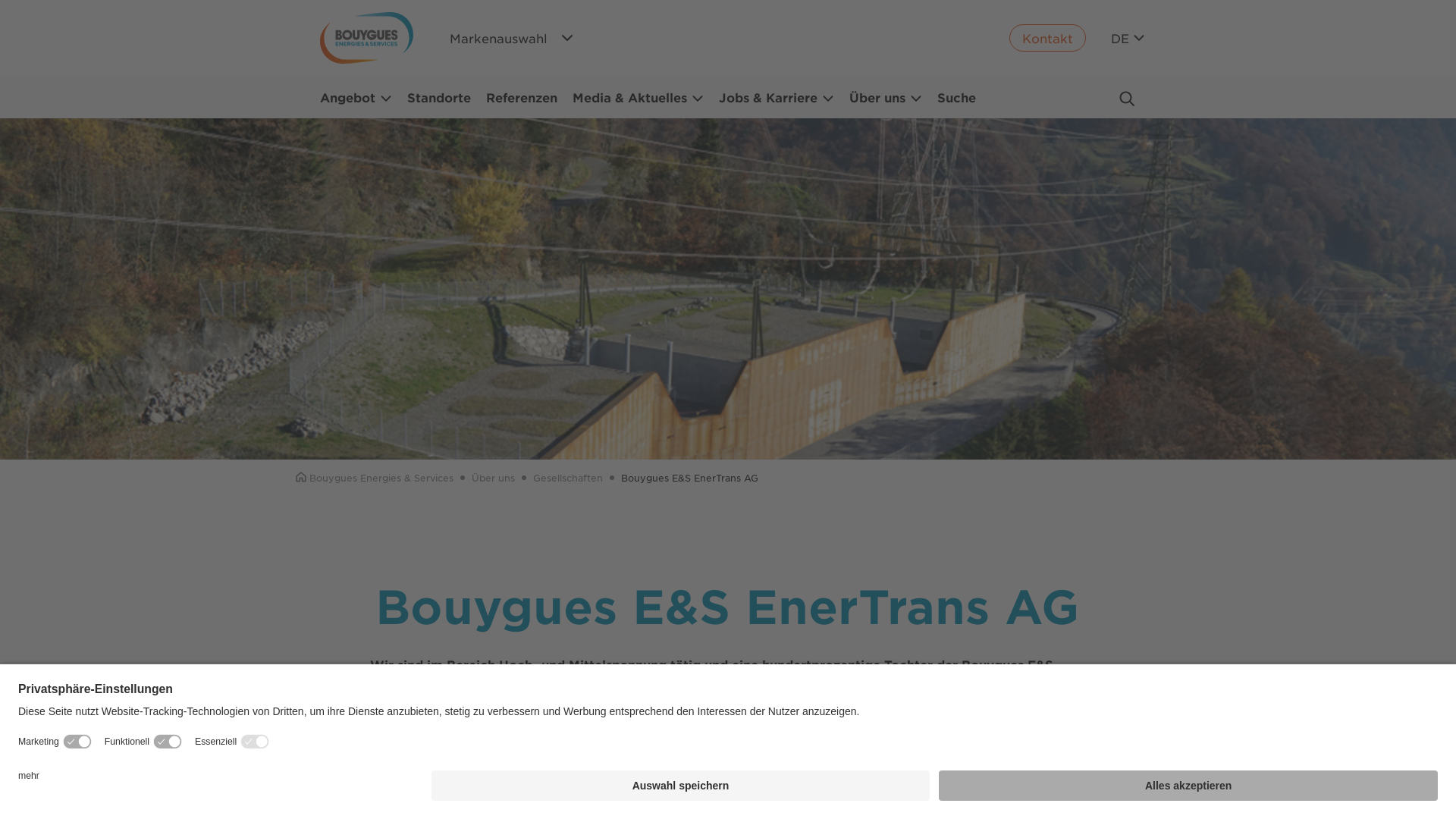  What do you see at coordinates (521, 96) in the screenshot?
I see `'Referenzen'` at bounding box center [521, 96].